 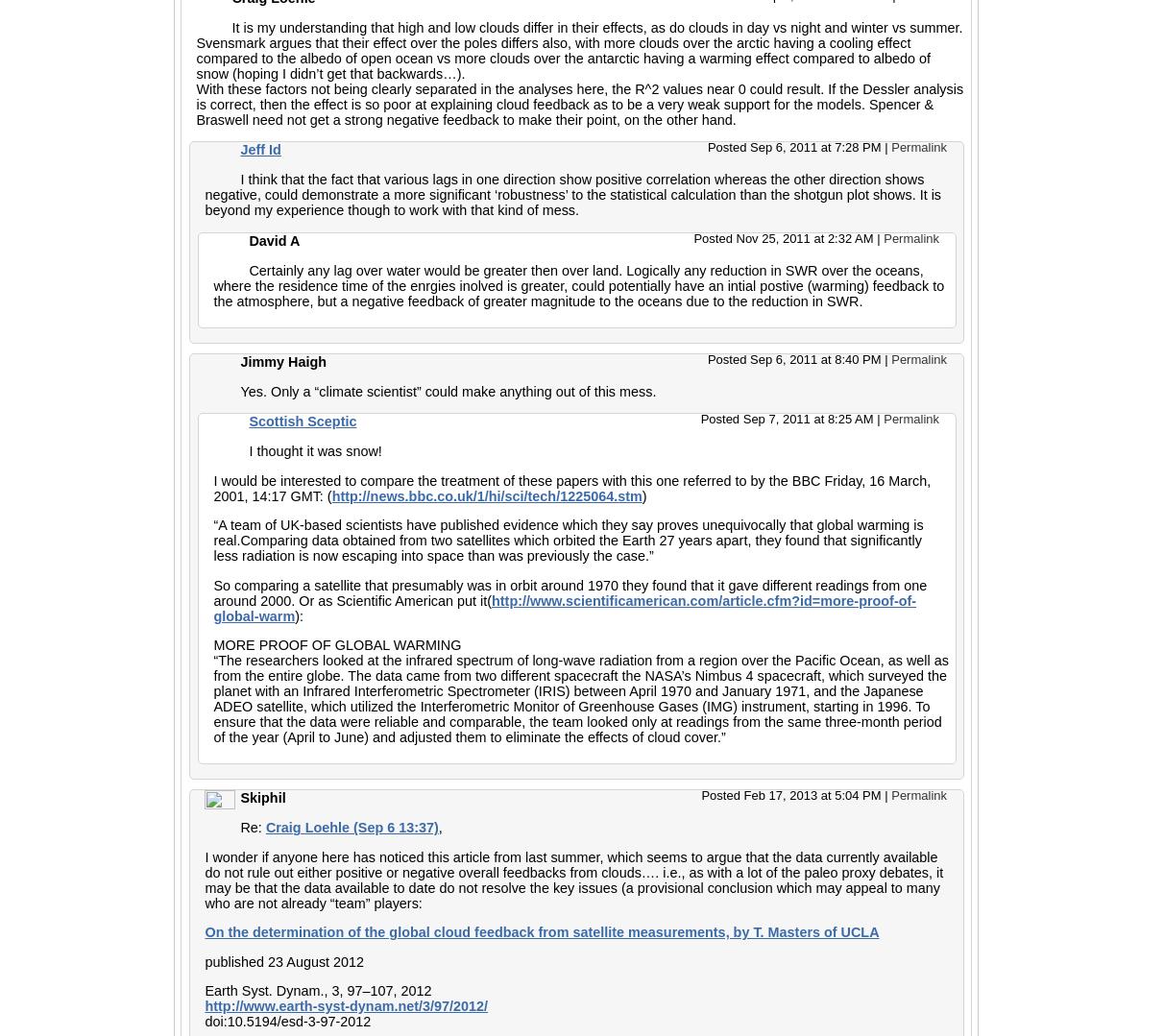 I want to click on 'Posted Sep 6, 2011 at 8:40 PM', so click(x=794, y=359).